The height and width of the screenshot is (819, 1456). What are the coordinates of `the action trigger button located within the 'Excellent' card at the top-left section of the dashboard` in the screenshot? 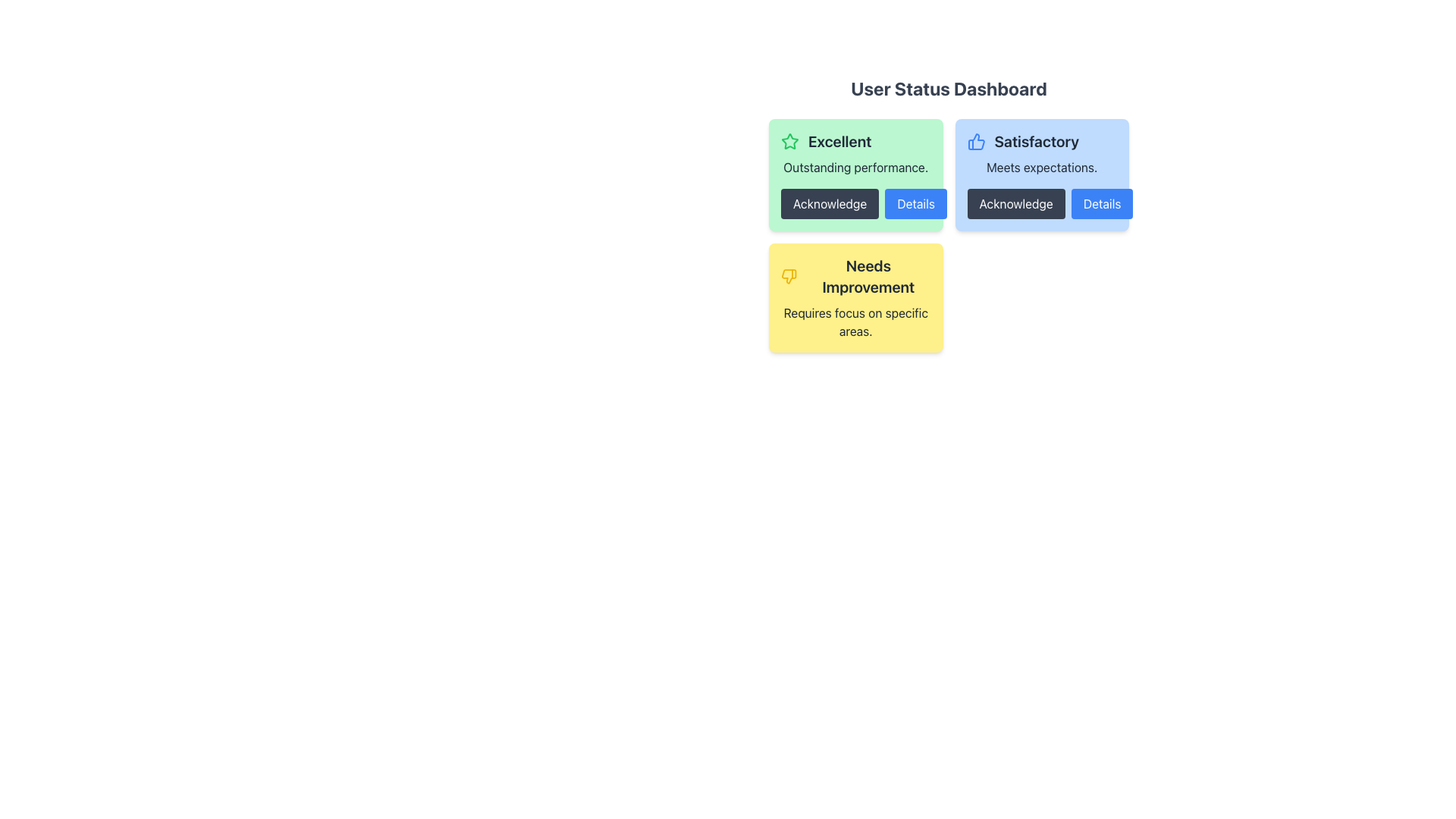 It's located at (855, 203).